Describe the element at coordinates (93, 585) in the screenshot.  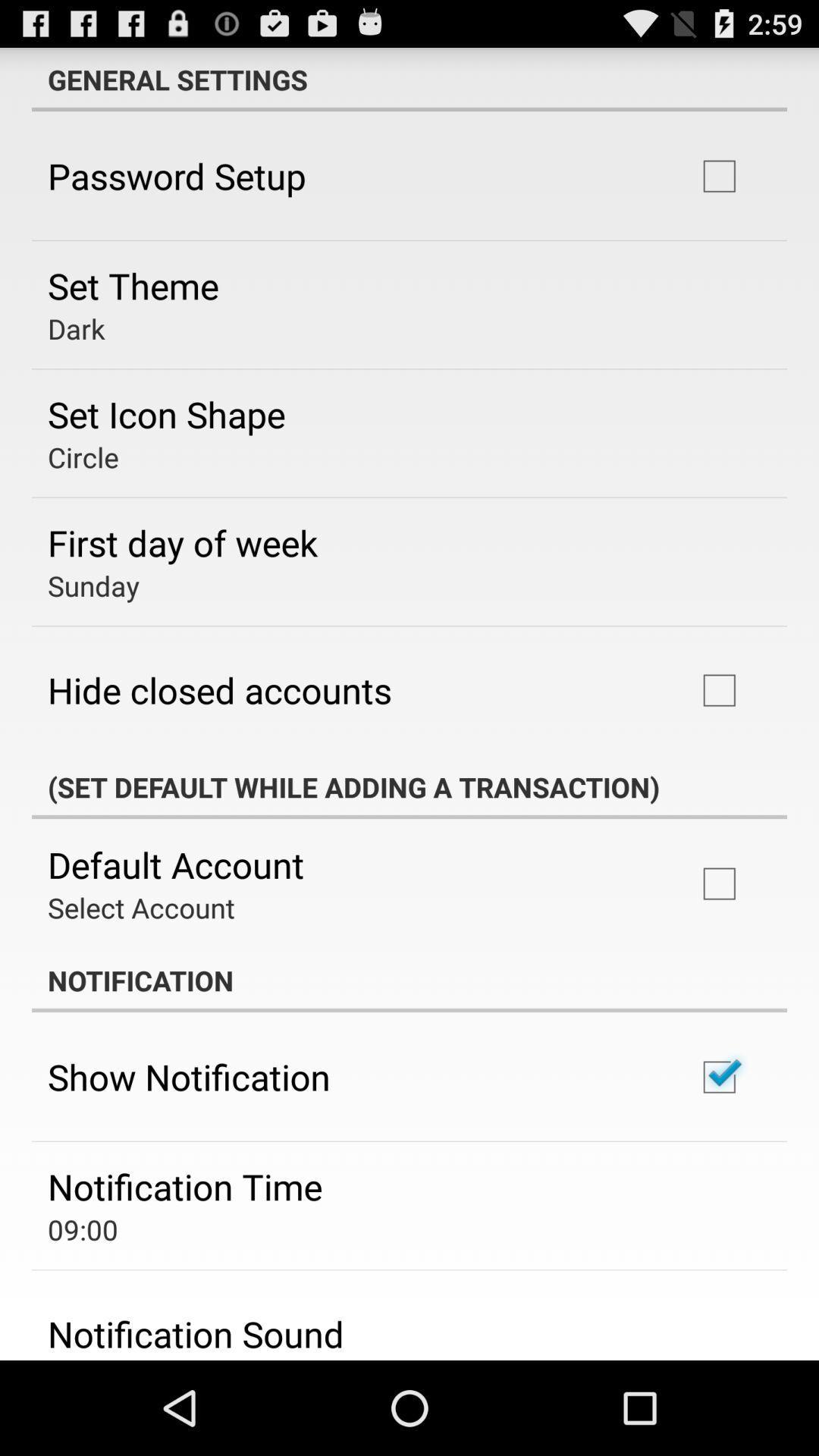
I see `the sunday icon` at that location.